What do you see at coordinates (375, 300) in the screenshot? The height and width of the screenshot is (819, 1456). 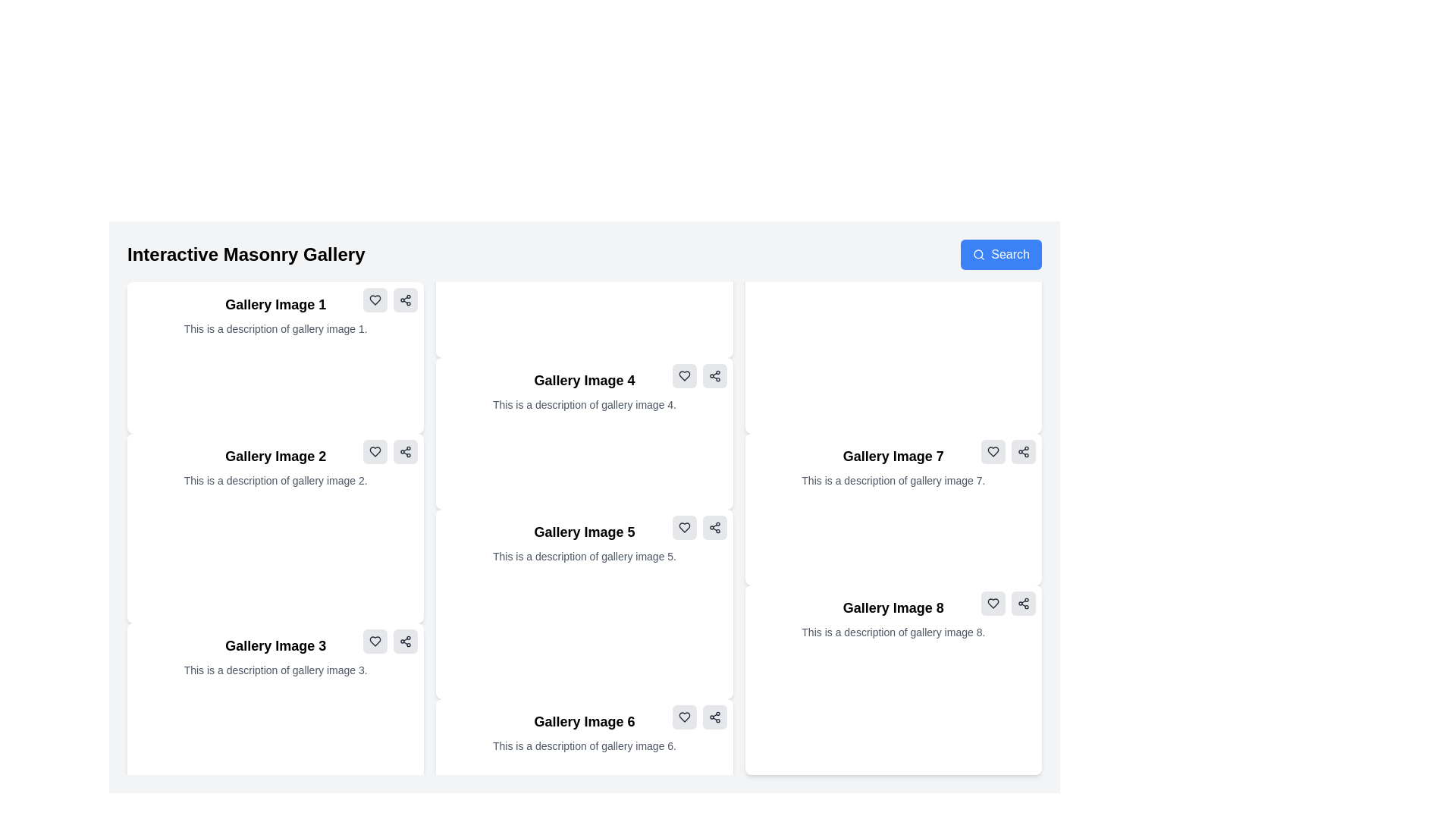 I see `the heart-shaped icon located in the light gray circular background at the top-right corner of the card labeled 'Gallery Image 1' to like the item` at bounding box center [375, 300].